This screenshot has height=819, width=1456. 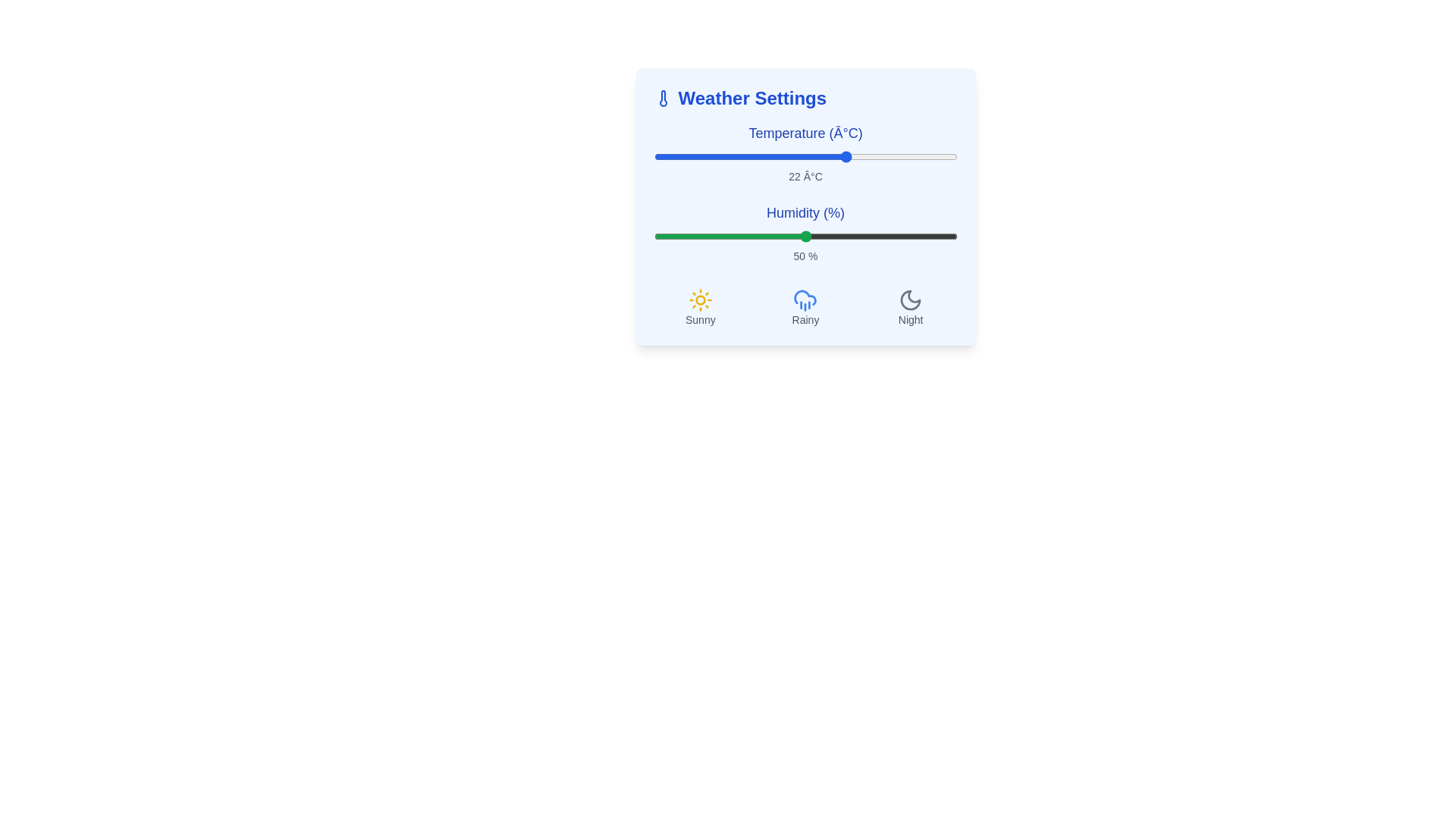 I want to click on the range slider track to set a temperature value, which is displayed as '22 °C', located beneath the label 'Temperature (°C)', so click(x=805, y=157).